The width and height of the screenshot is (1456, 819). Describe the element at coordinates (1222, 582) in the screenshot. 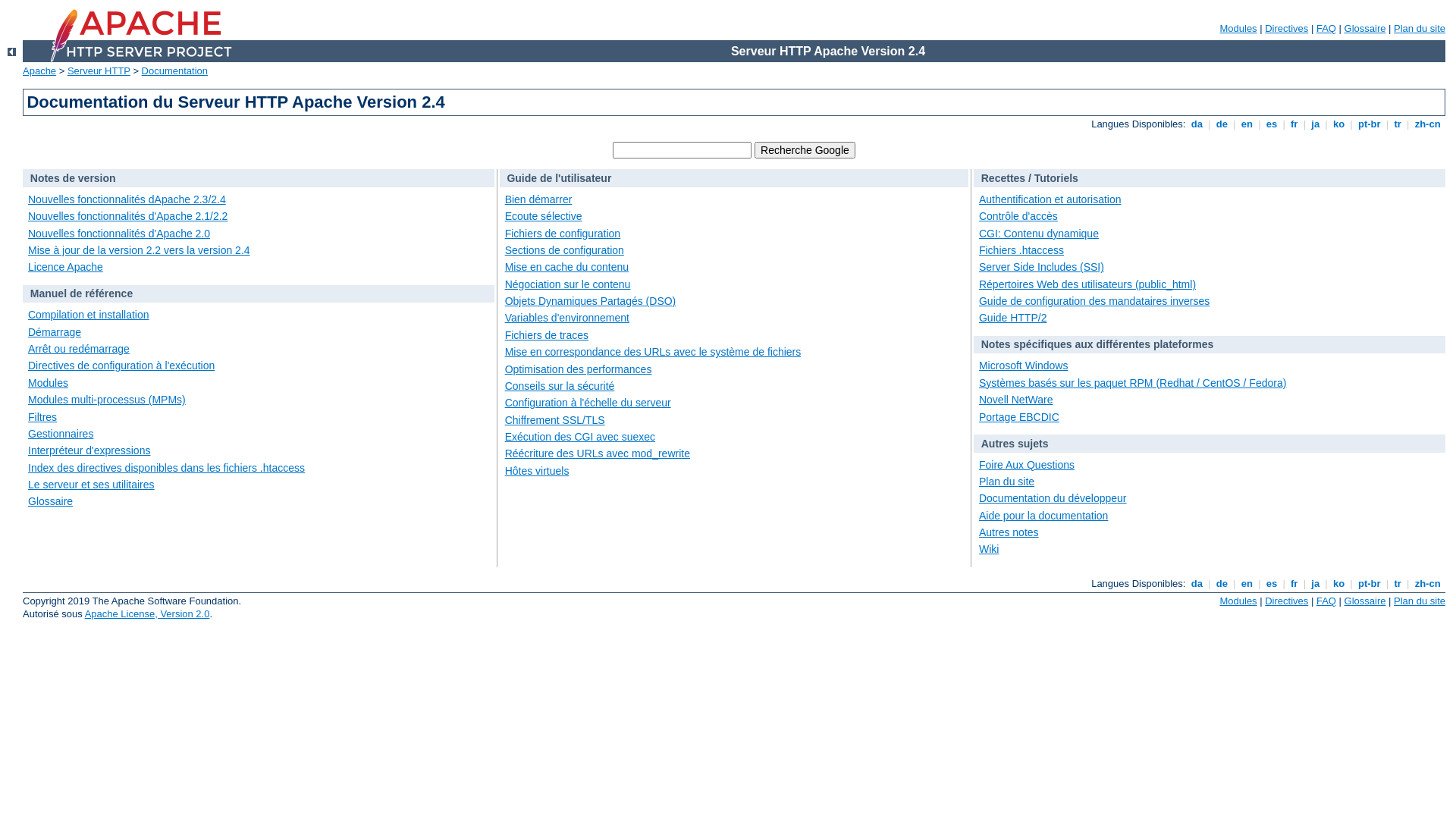

I see `' de '` at that location.